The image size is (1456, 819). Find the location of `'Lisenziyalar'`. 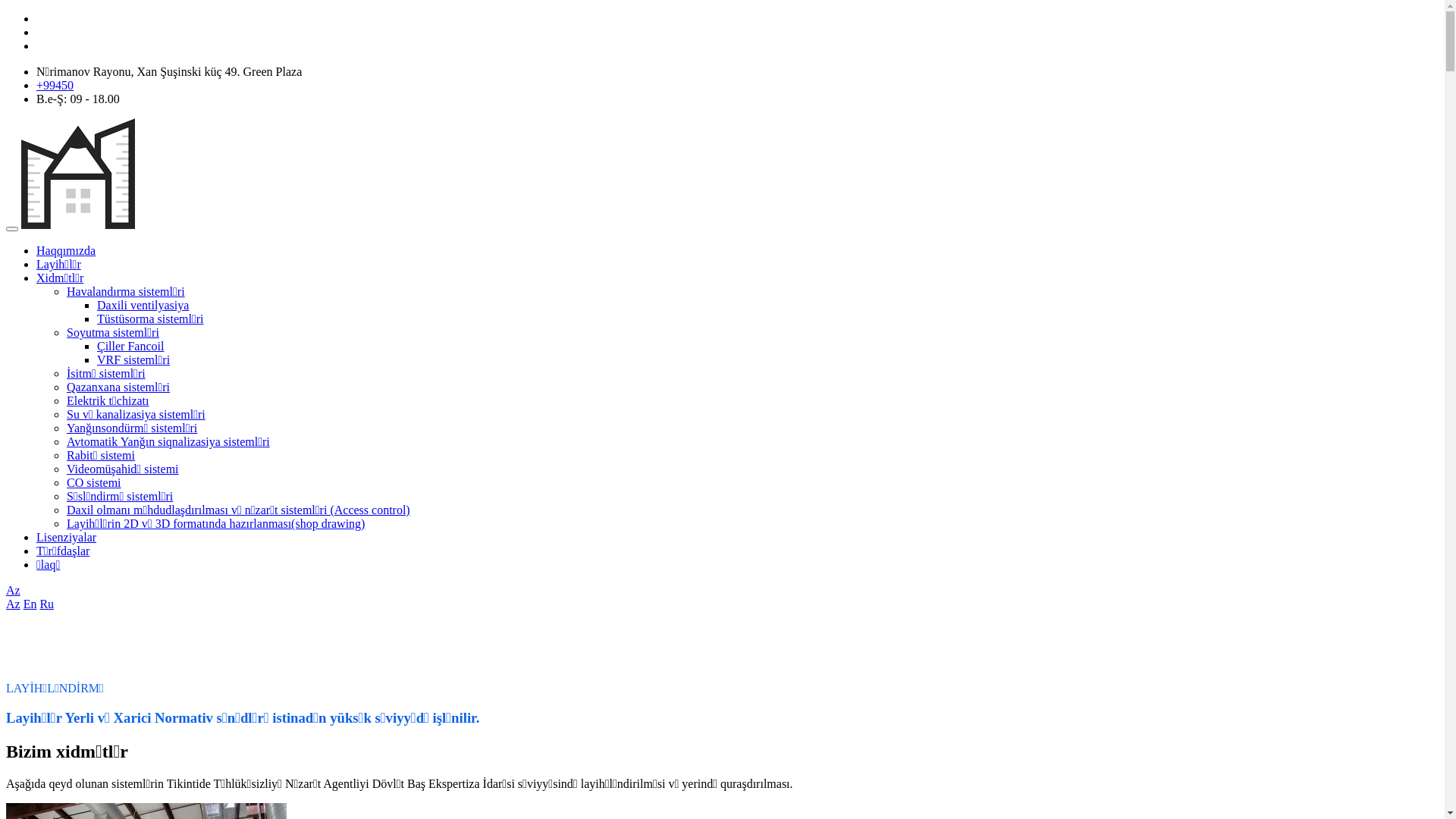

'Lisenziyalar' is located at coordinates (36, 536).